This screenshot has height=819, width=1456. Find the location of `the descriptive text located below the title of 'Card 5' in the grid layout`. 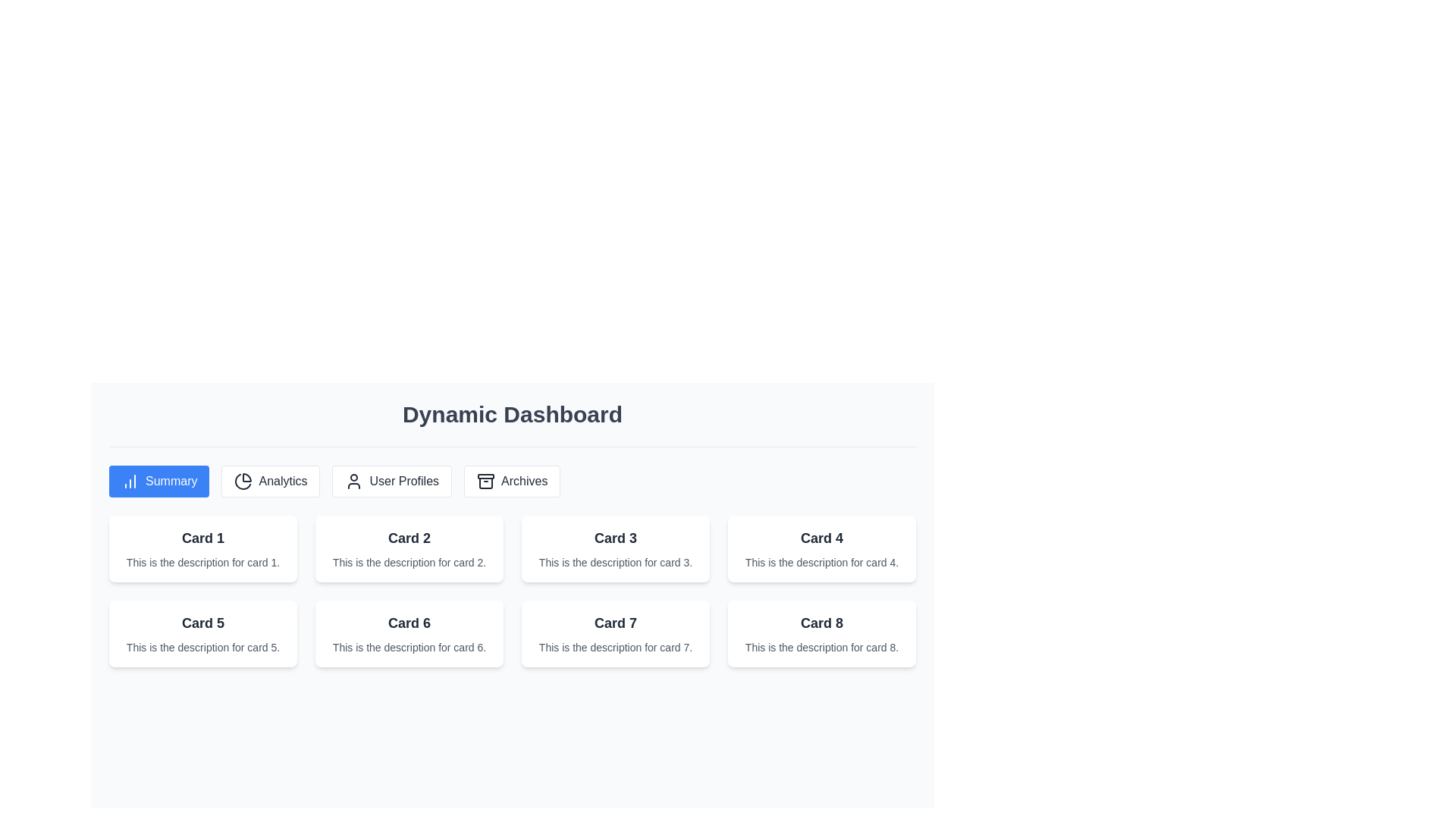

the descriptive text located below the title of 'Card 5' in the grid layout is located at coordinates (202, 647).